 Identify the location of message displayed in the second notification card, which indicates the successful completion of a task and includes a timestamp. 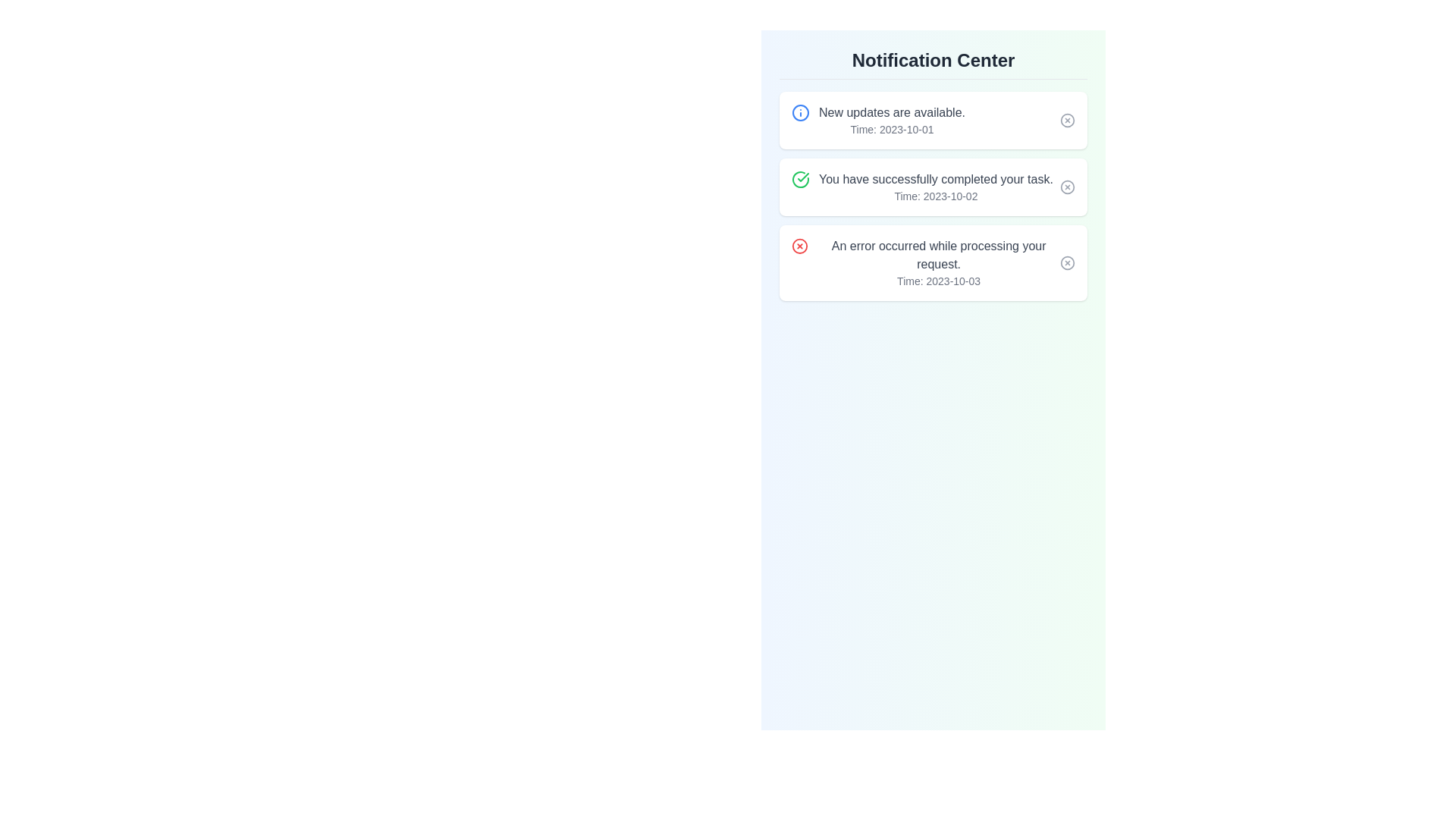
(935, 186).